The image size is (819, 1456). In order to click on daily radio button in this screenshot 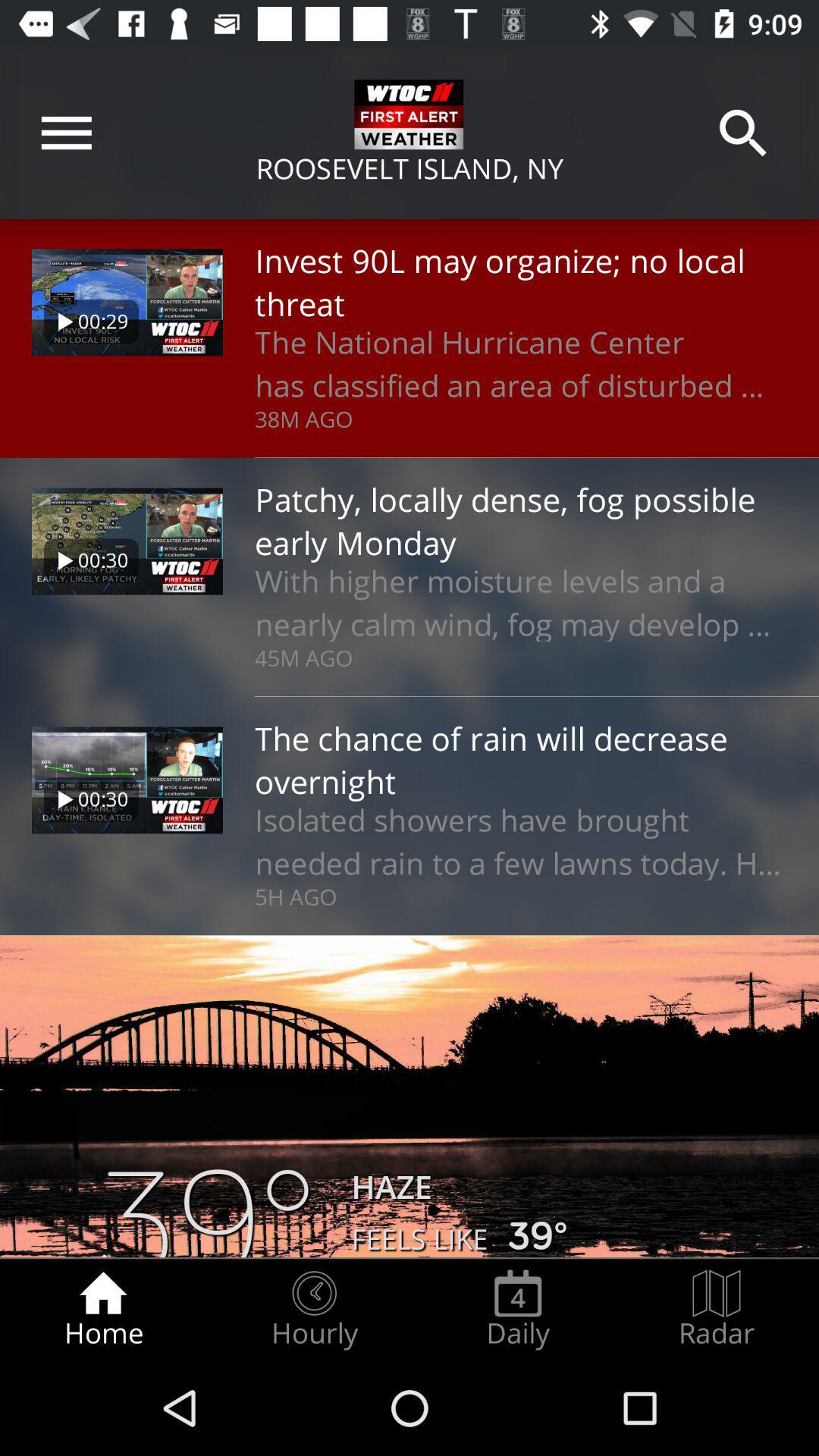, I will do `click(517, 1309)`.